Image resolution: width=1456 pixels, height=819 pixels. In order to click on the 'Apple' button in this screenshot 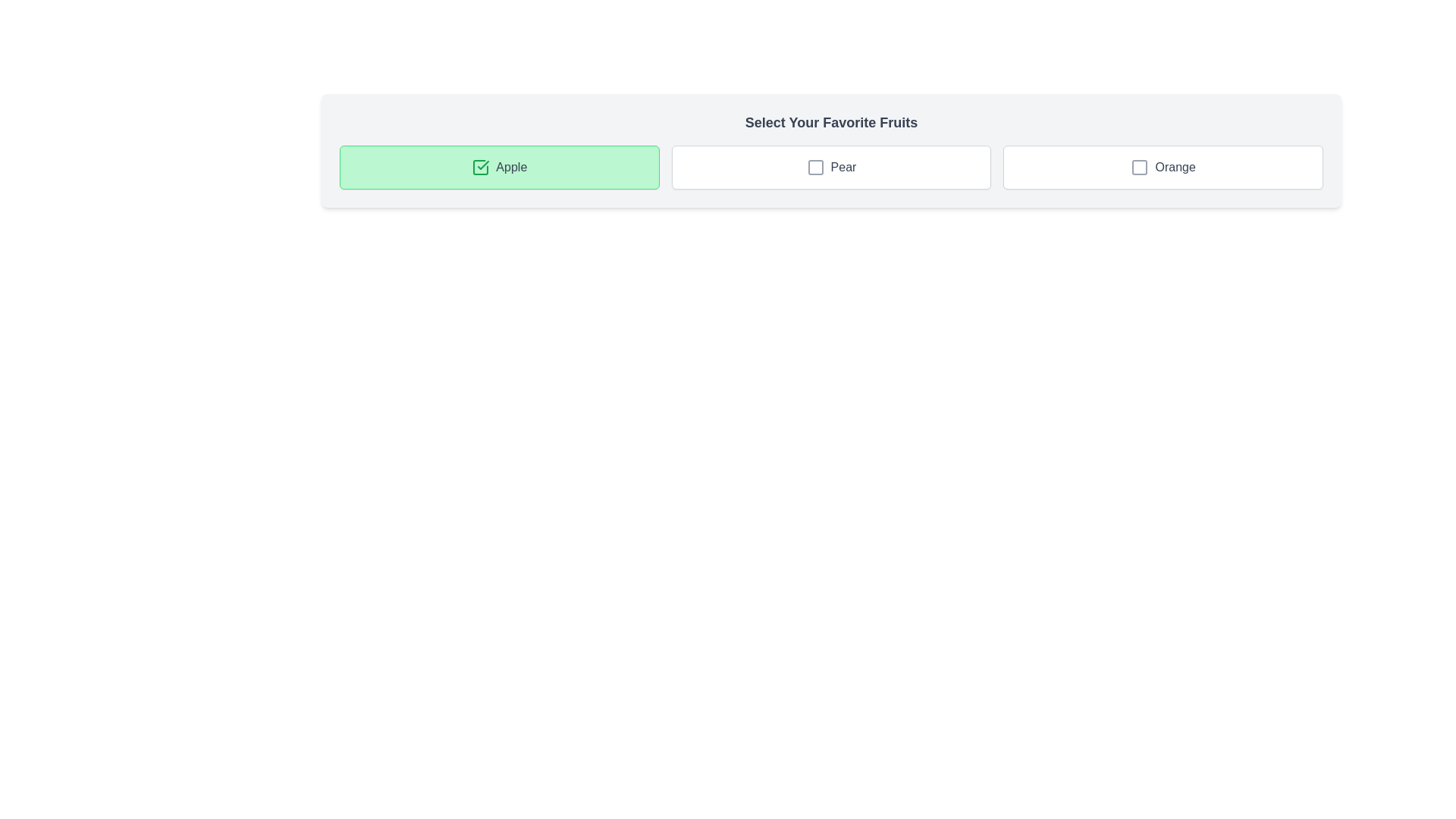, I will do `click(499, 167)`.